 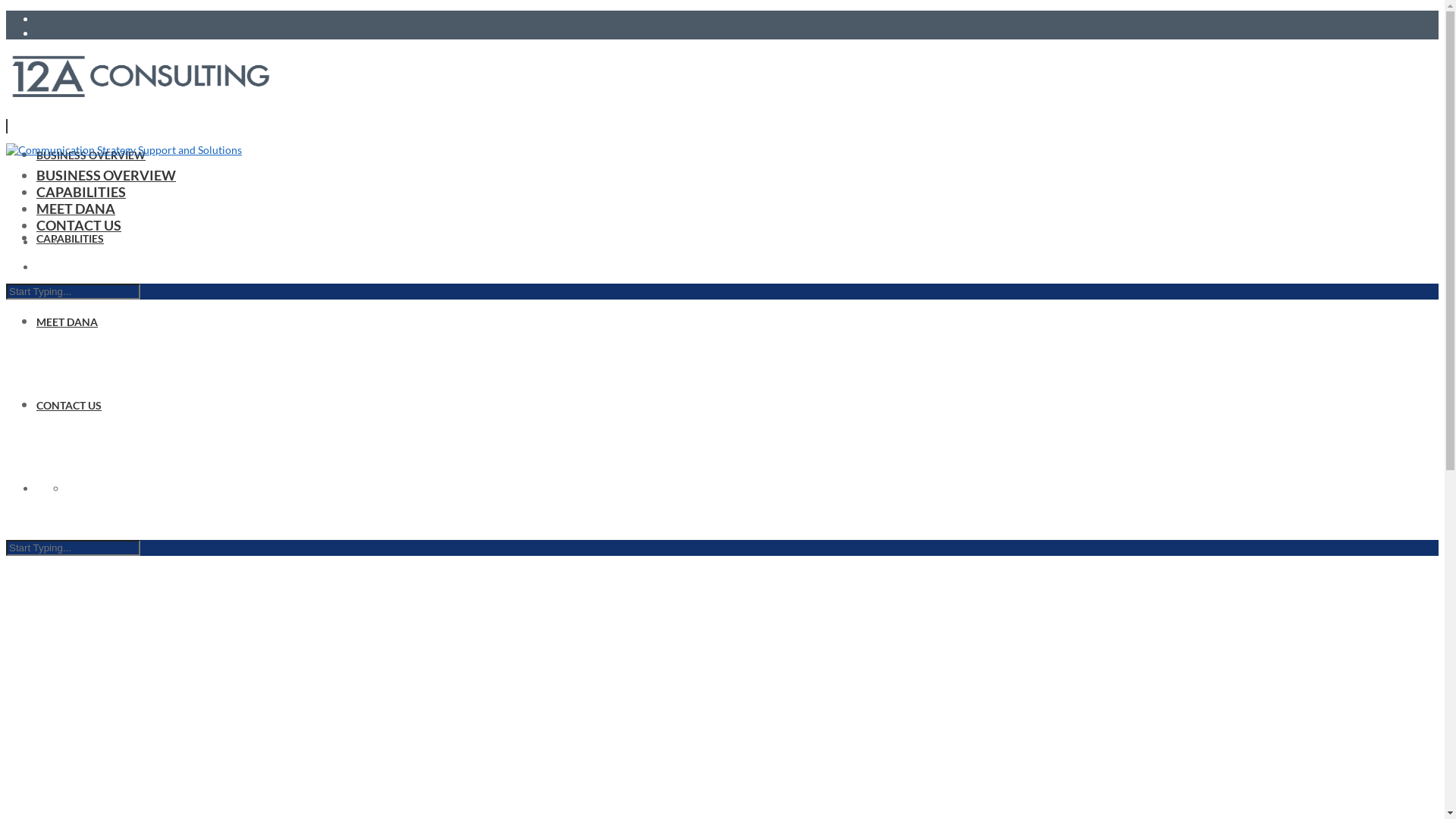 What do you see at coordinates (66, 321) in the screenshot?
I see `'MEET DANA'` at bounding box center [66, 321].